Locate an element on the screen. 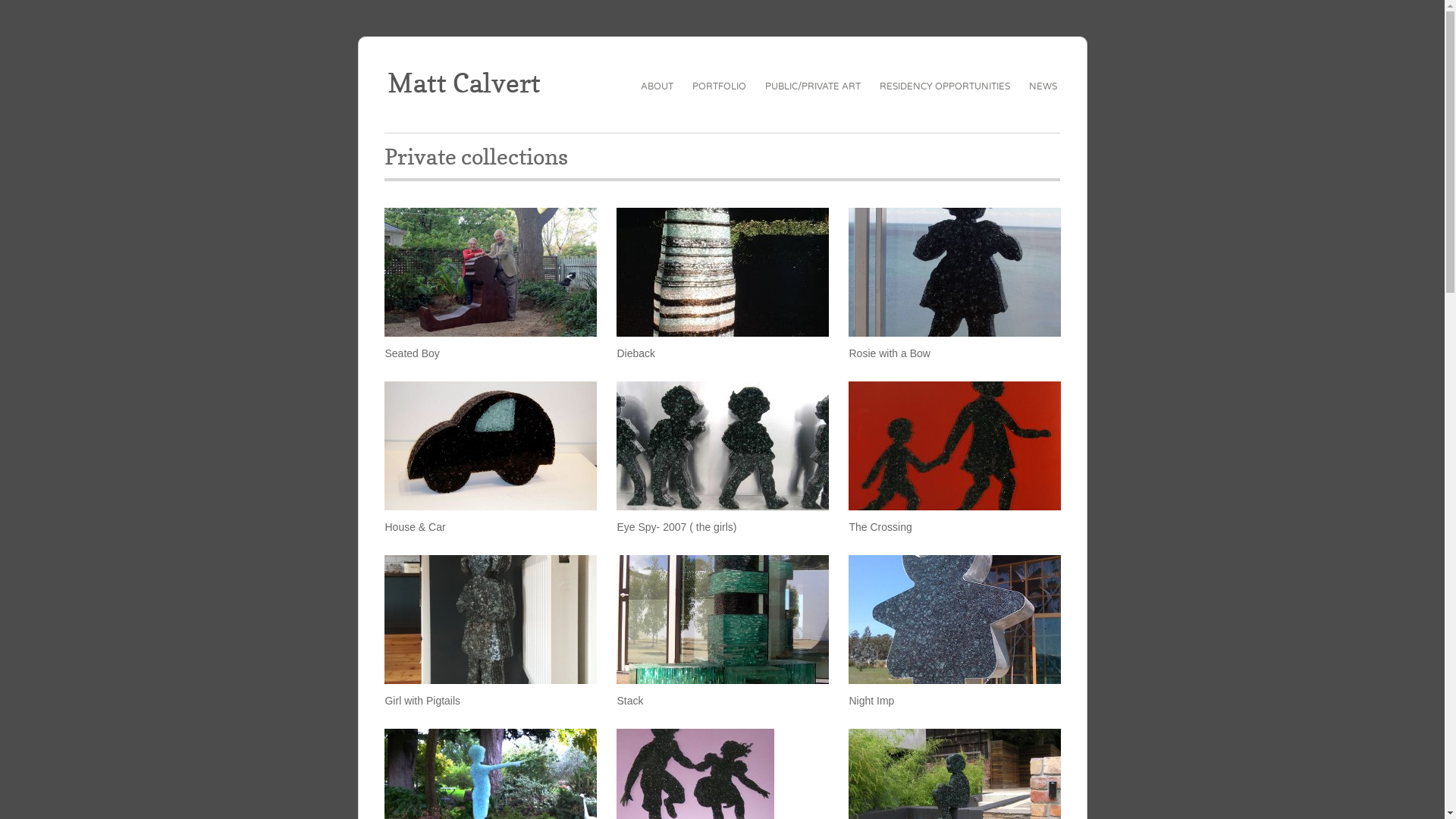 This screenshot has width=1456, height=819. 'PORTFOLIO' is located at coordinates (718, 86).